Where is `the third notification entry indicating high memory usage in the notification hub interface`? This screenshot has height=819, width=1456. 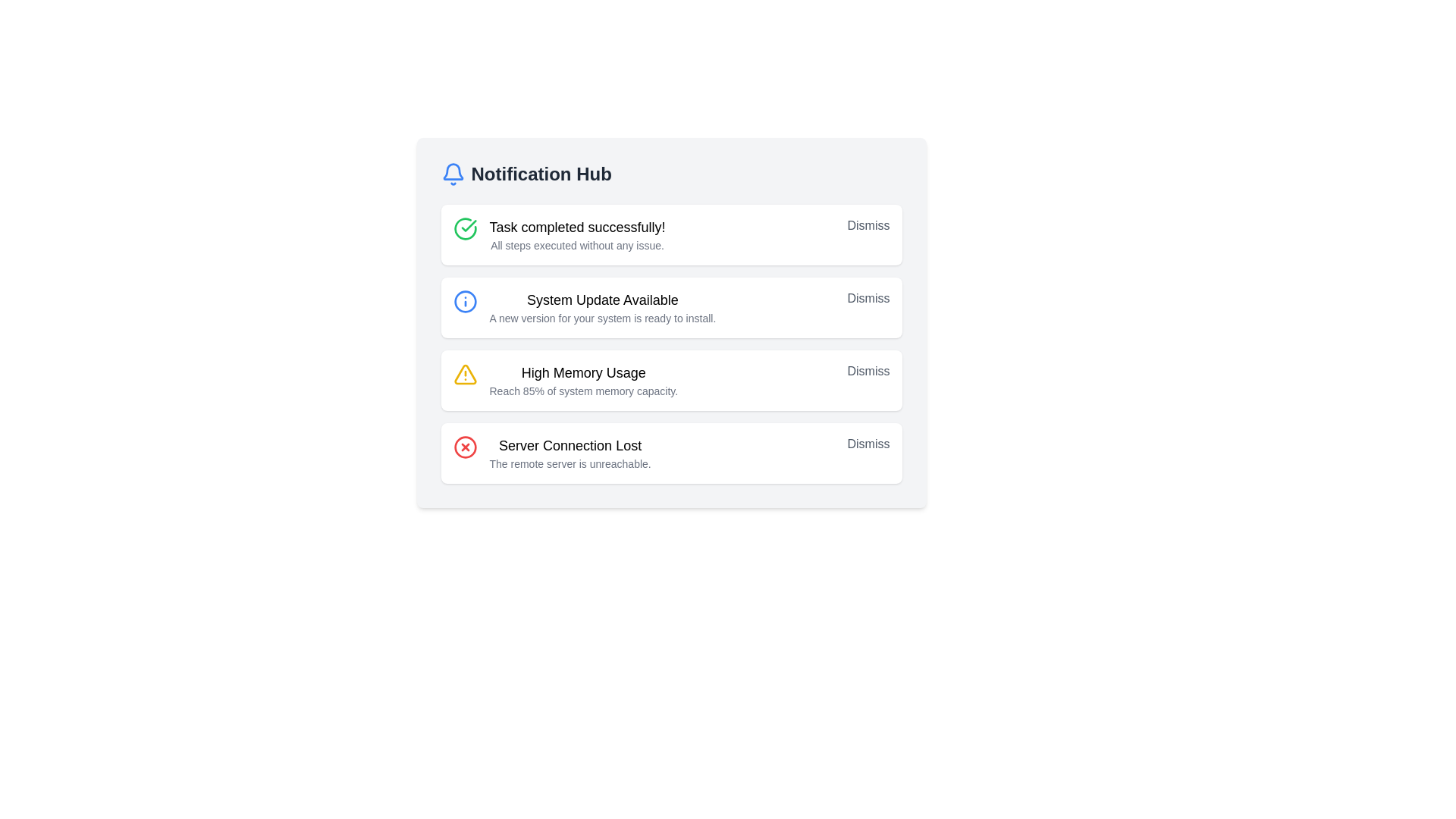 the third notification entry indicating high memory usage in the notification hub interface is located at coordinates (582, 379).